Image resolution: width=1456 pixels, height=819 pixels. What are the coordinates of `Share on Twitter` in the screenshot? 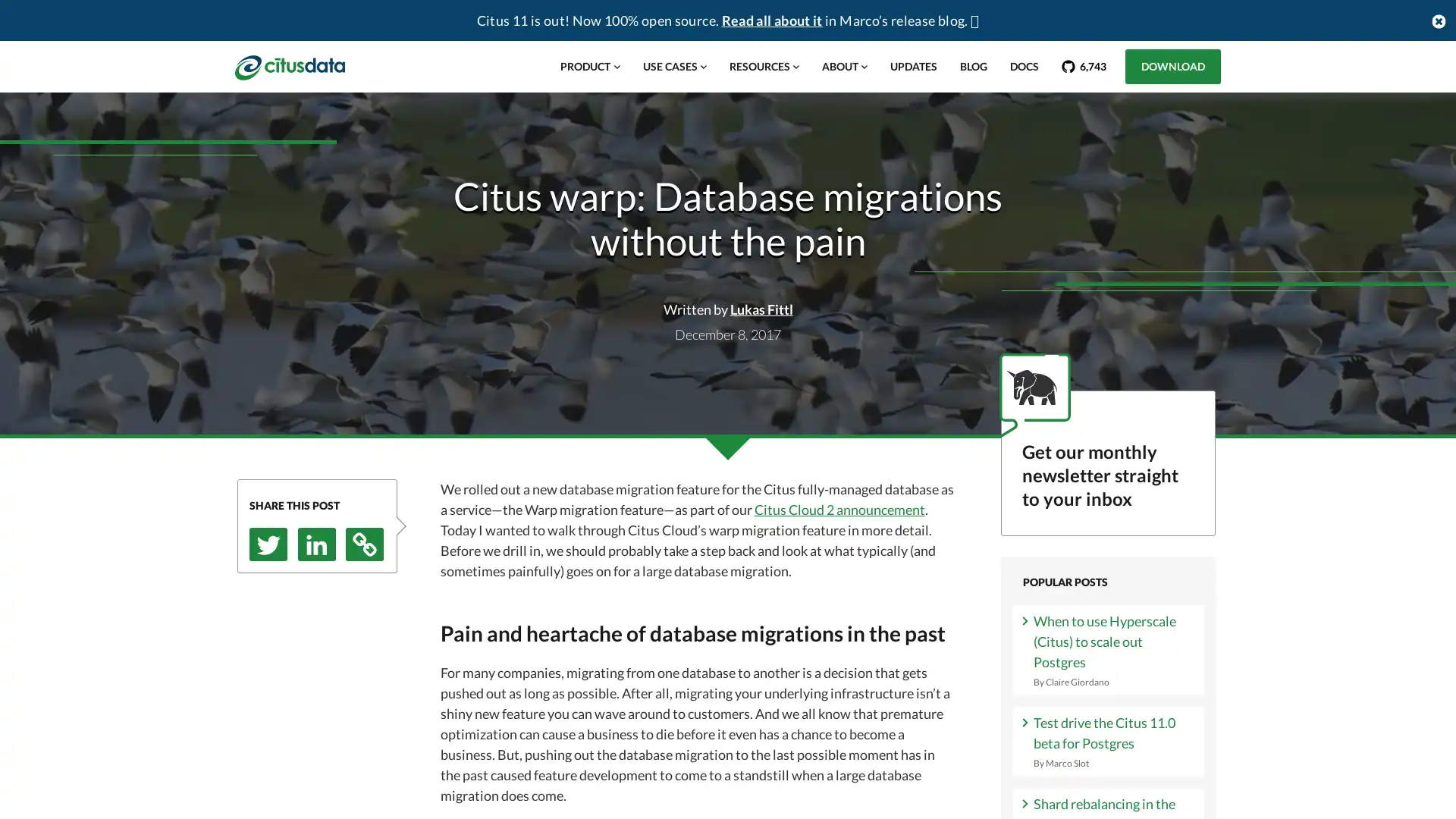 It's located at (268, 543).